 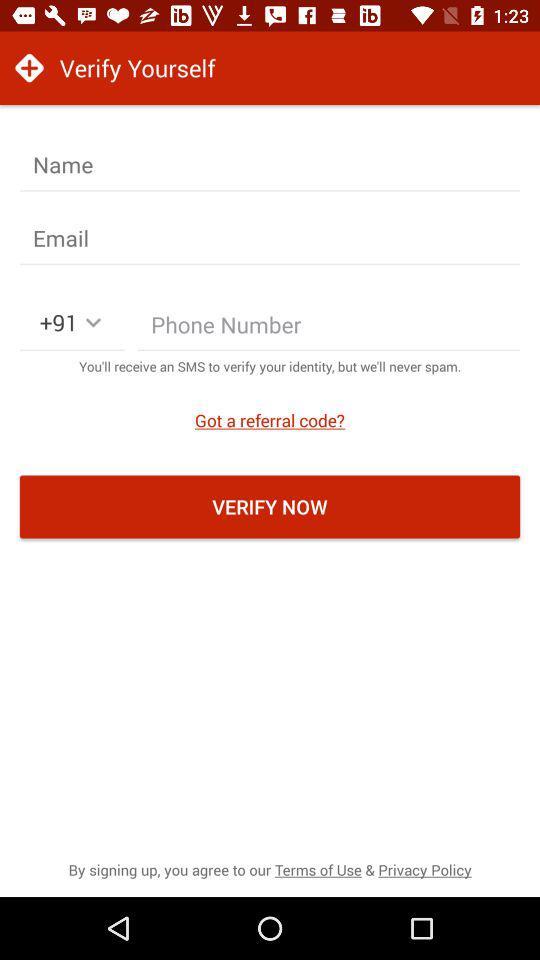 What do you see at coordinates (270, 419) in the screenshot?
I see `the icon above the verify now icon` at bounding box center [270, 419].